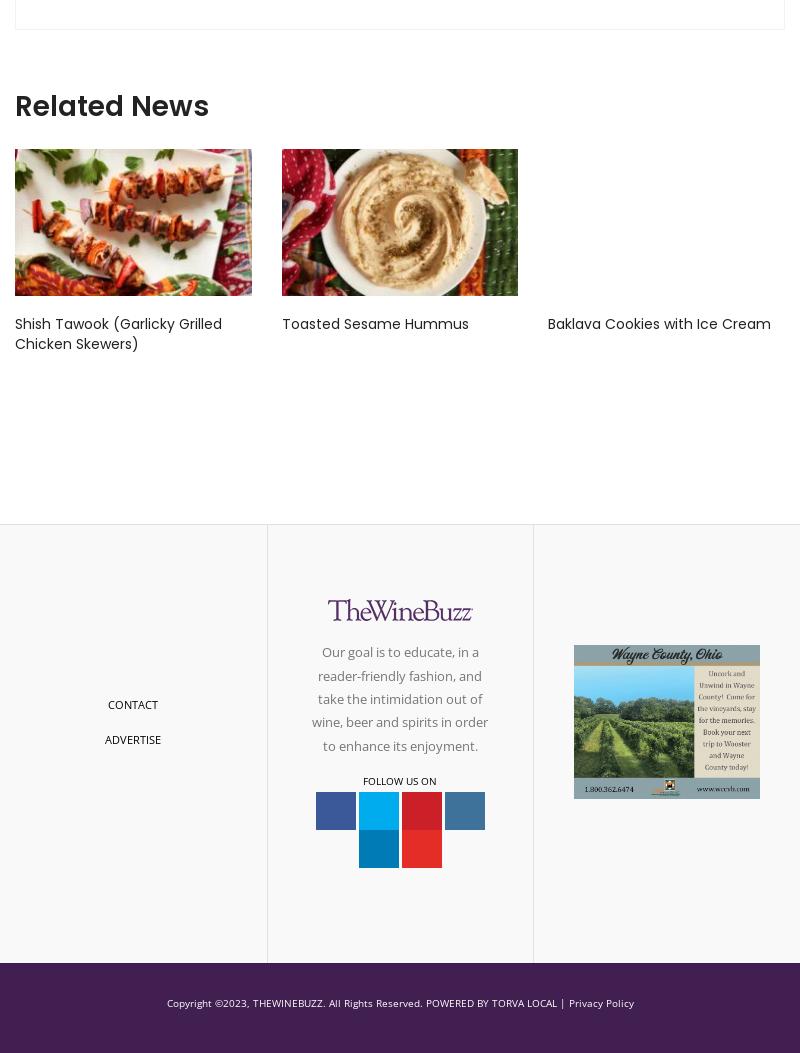  What do you see at coordinates (373, 324) in the screenshot?
I see `'Toasted Sesame Hummus'` at bounding box center [373, 324].